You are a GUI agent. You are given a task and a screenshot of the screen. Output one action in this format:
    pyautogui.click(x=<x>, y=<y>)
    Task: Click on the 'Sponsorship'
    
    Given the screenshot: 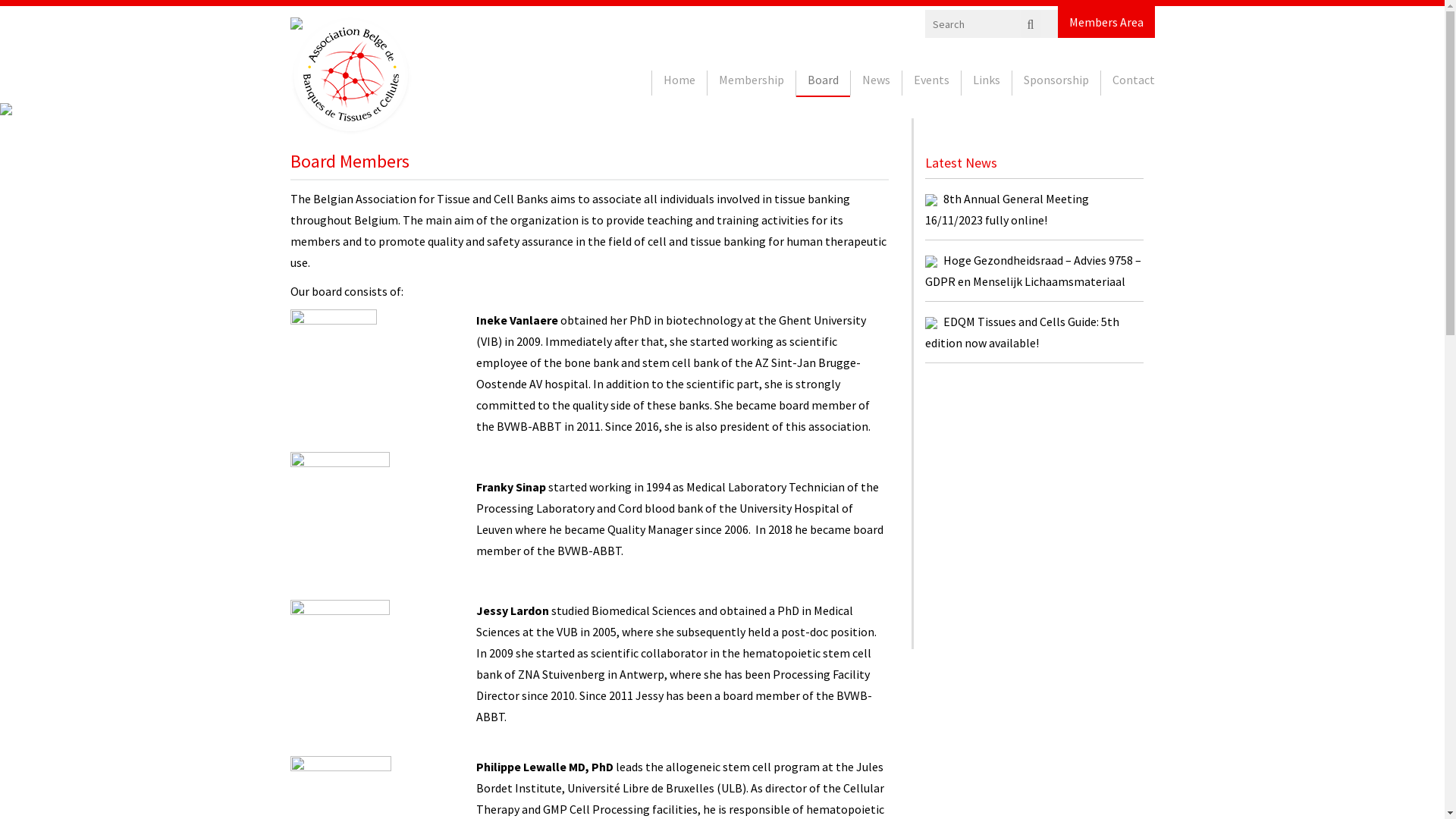 What is the action you would take?
    pyautogui.click(x=1055, y=83)
    